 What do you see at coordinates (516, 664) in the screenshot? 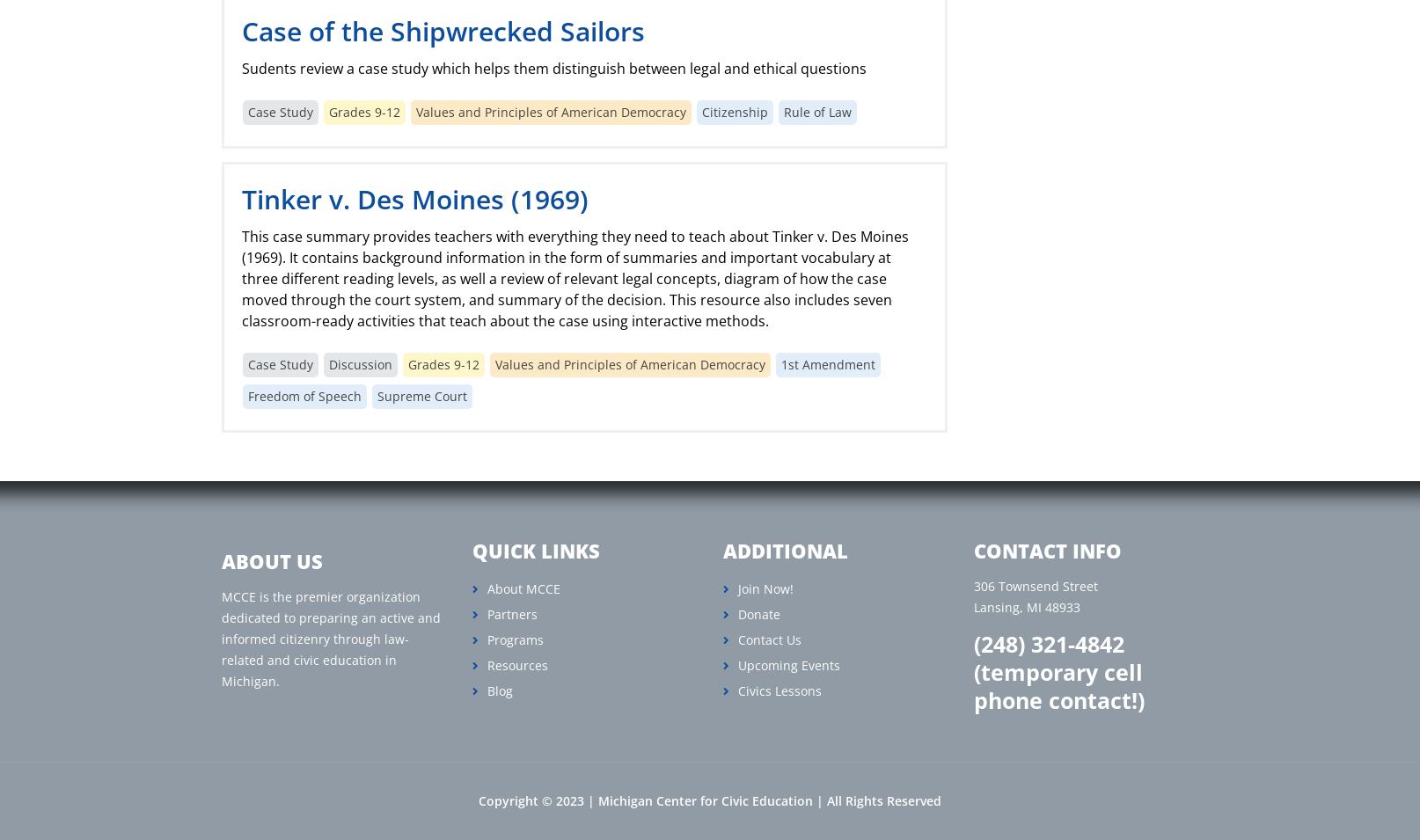
I see `'Resources'` at bounding box center [516, 664].